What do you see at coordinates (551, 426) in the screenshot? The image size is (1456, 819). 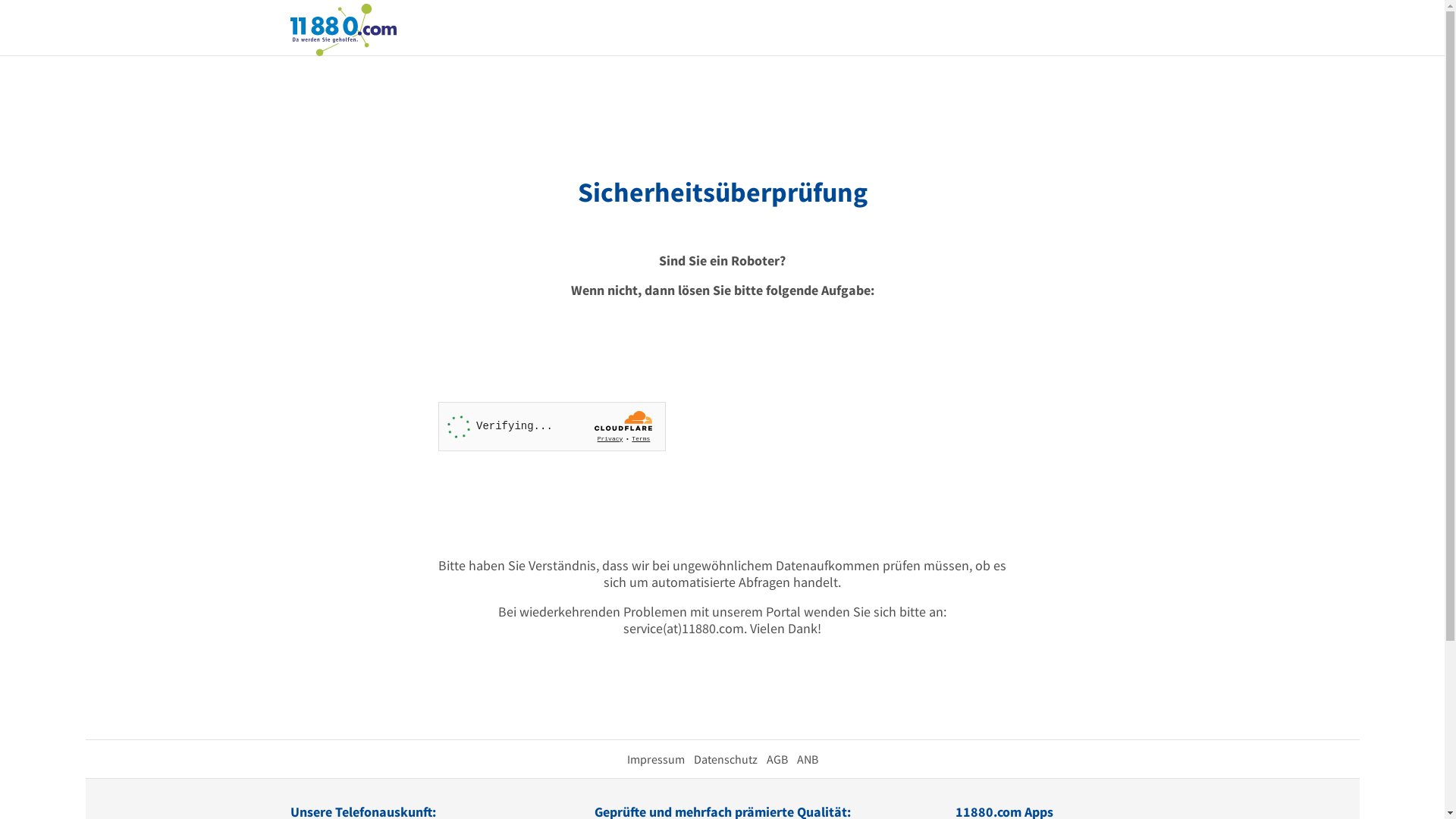 I see `'Widget containing a Cloudflare security challenge'` at bounding box center [551, 426].